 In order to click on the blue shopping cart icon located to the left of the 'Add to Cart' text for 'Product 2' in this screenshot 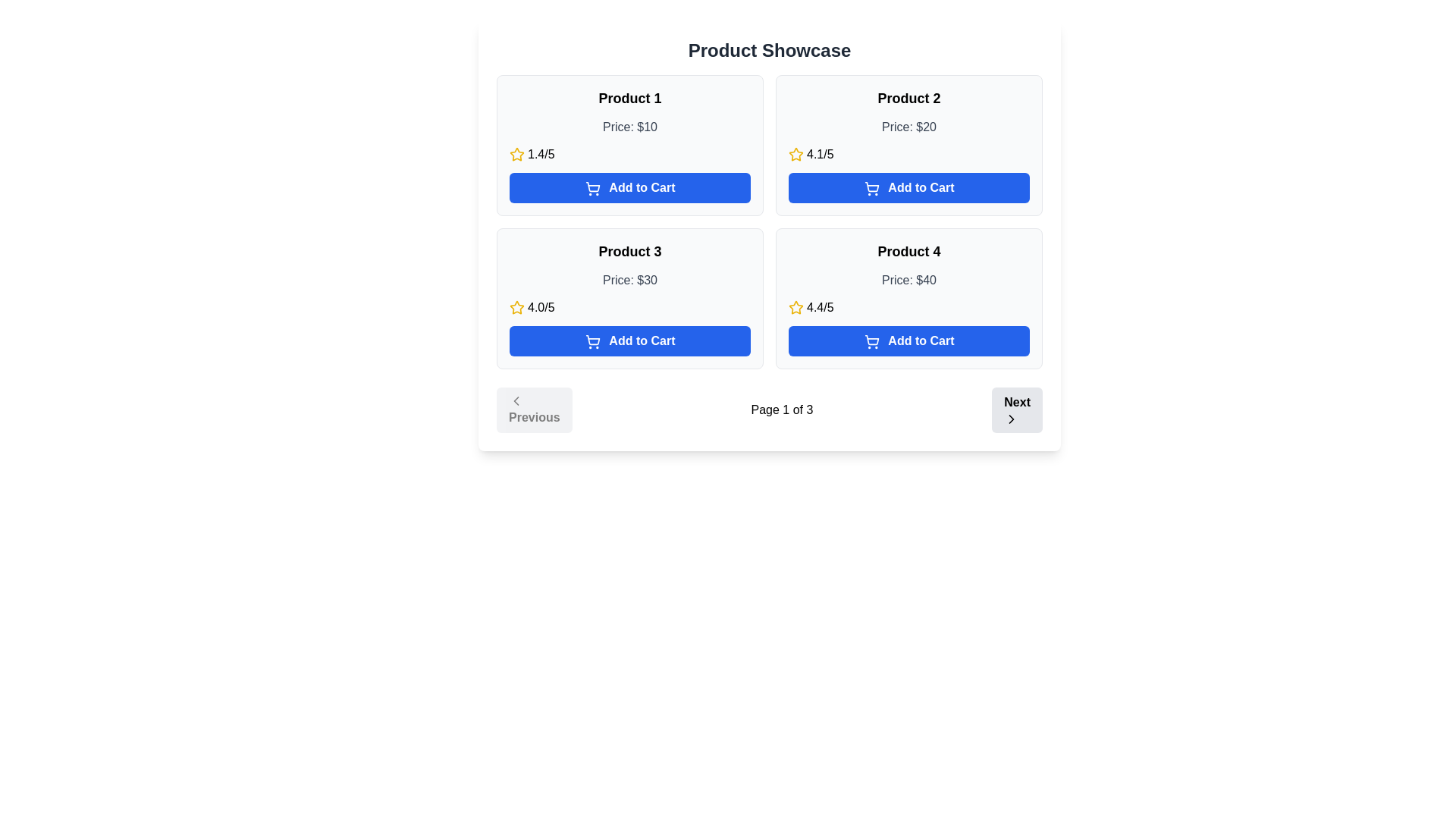, I will do `click(871, 186)`.